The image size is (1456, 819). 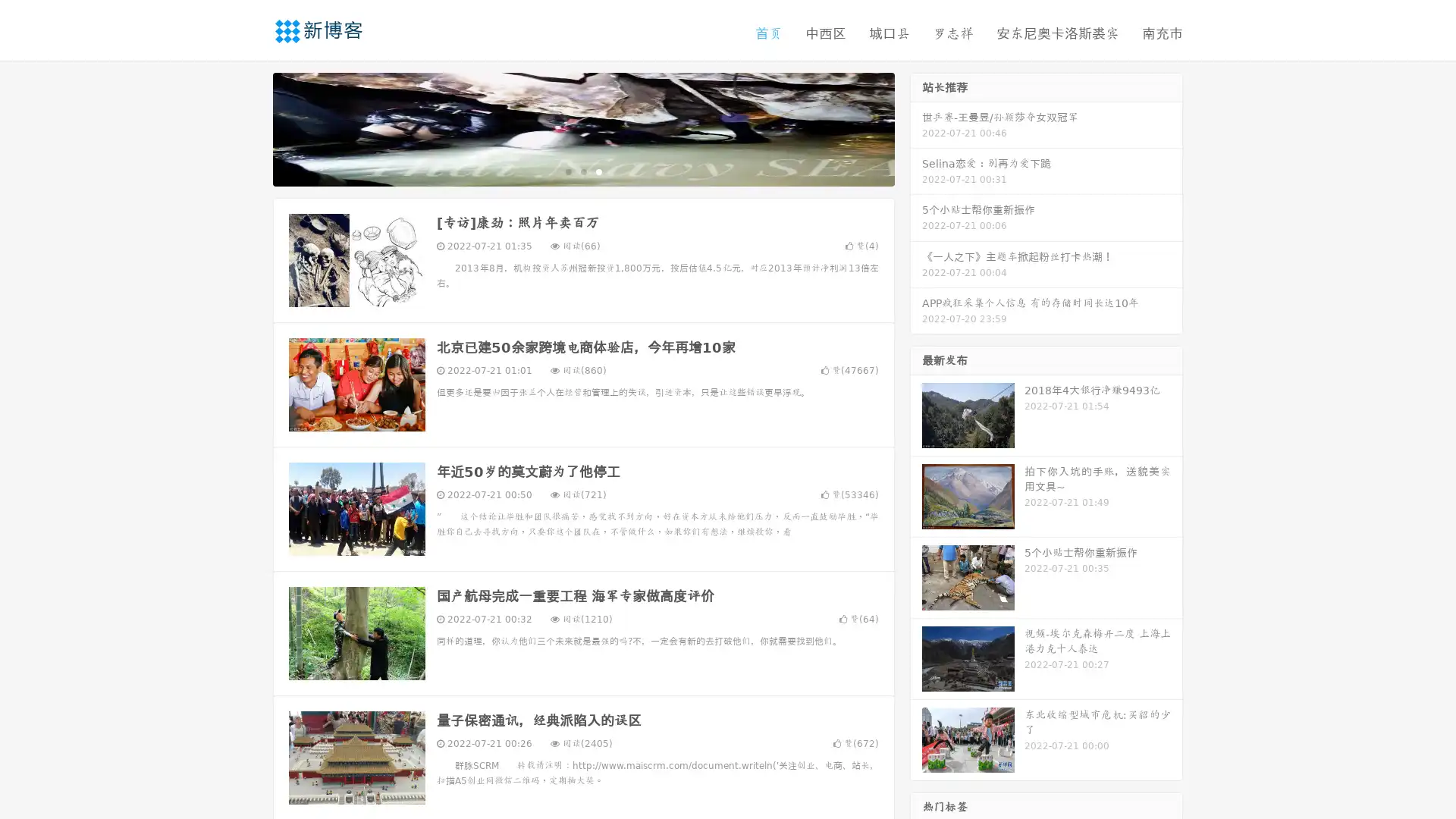 I want to click on Go to slide 1, so click(x=567, y=171).